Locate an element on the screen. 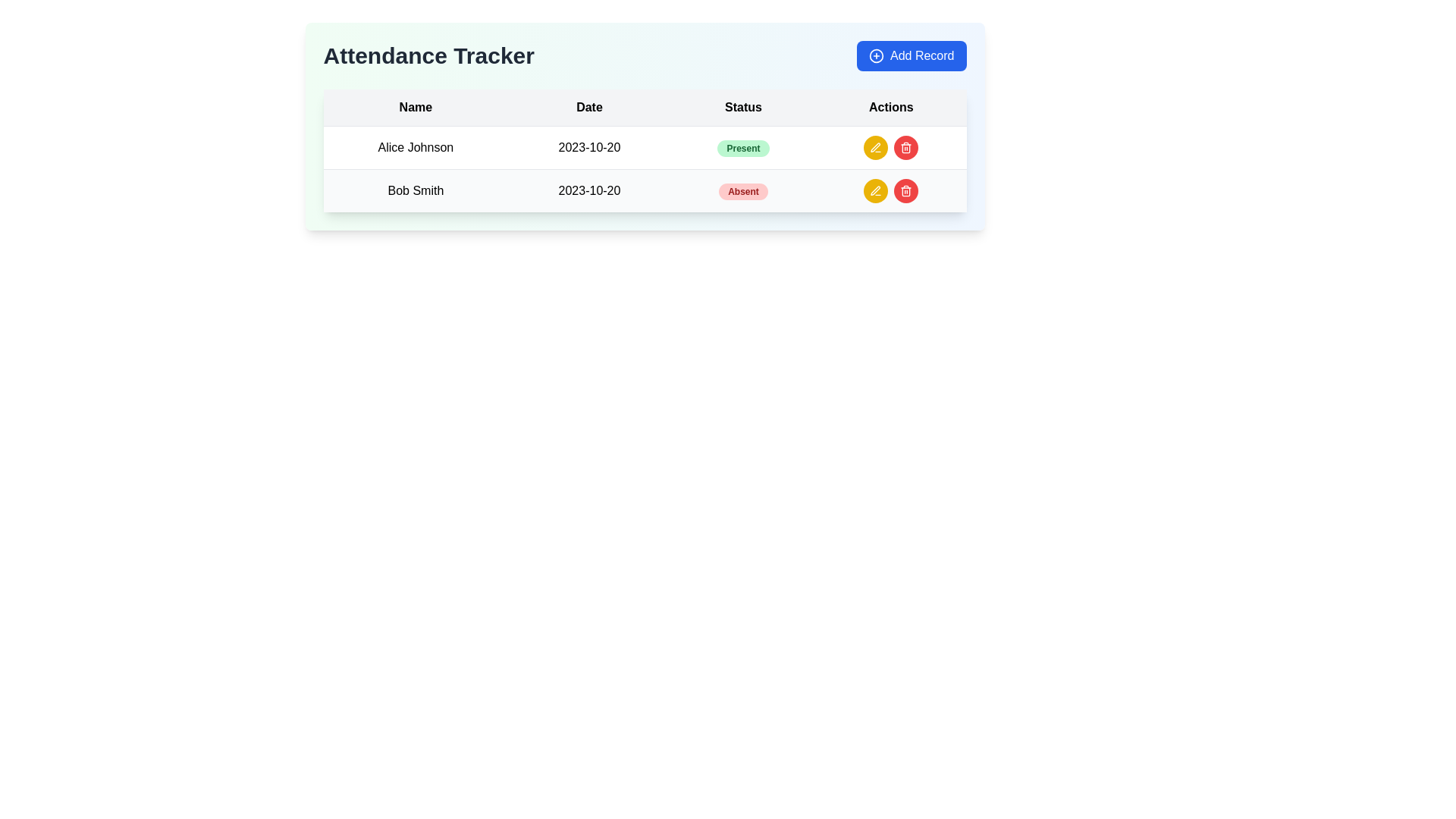 The width and height of the screenshot is (1456, 819). the button located at the top-right part of the interface, under the title 'Attendance Tracker' is located at coordinates (911, 55).